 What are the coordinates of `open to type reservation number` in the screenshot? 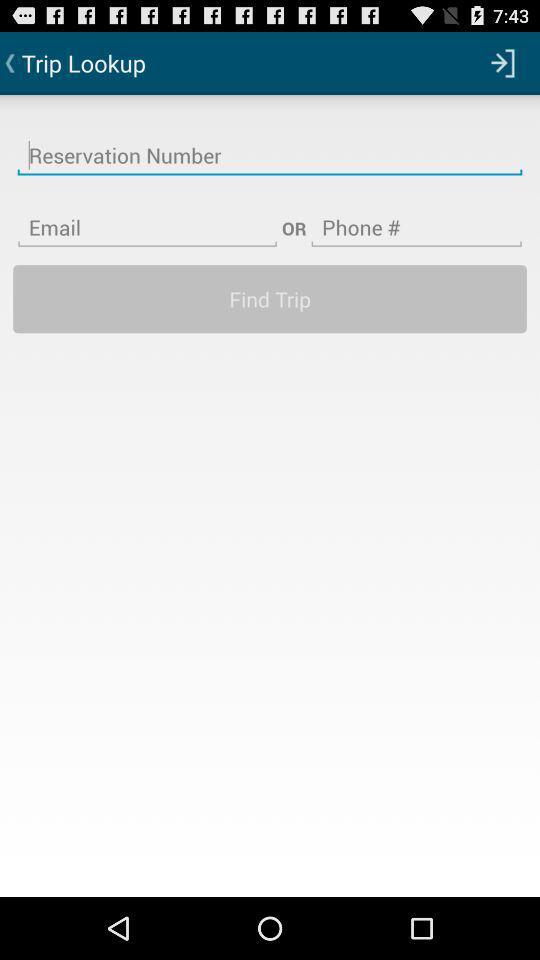 It's located at (270, 142).